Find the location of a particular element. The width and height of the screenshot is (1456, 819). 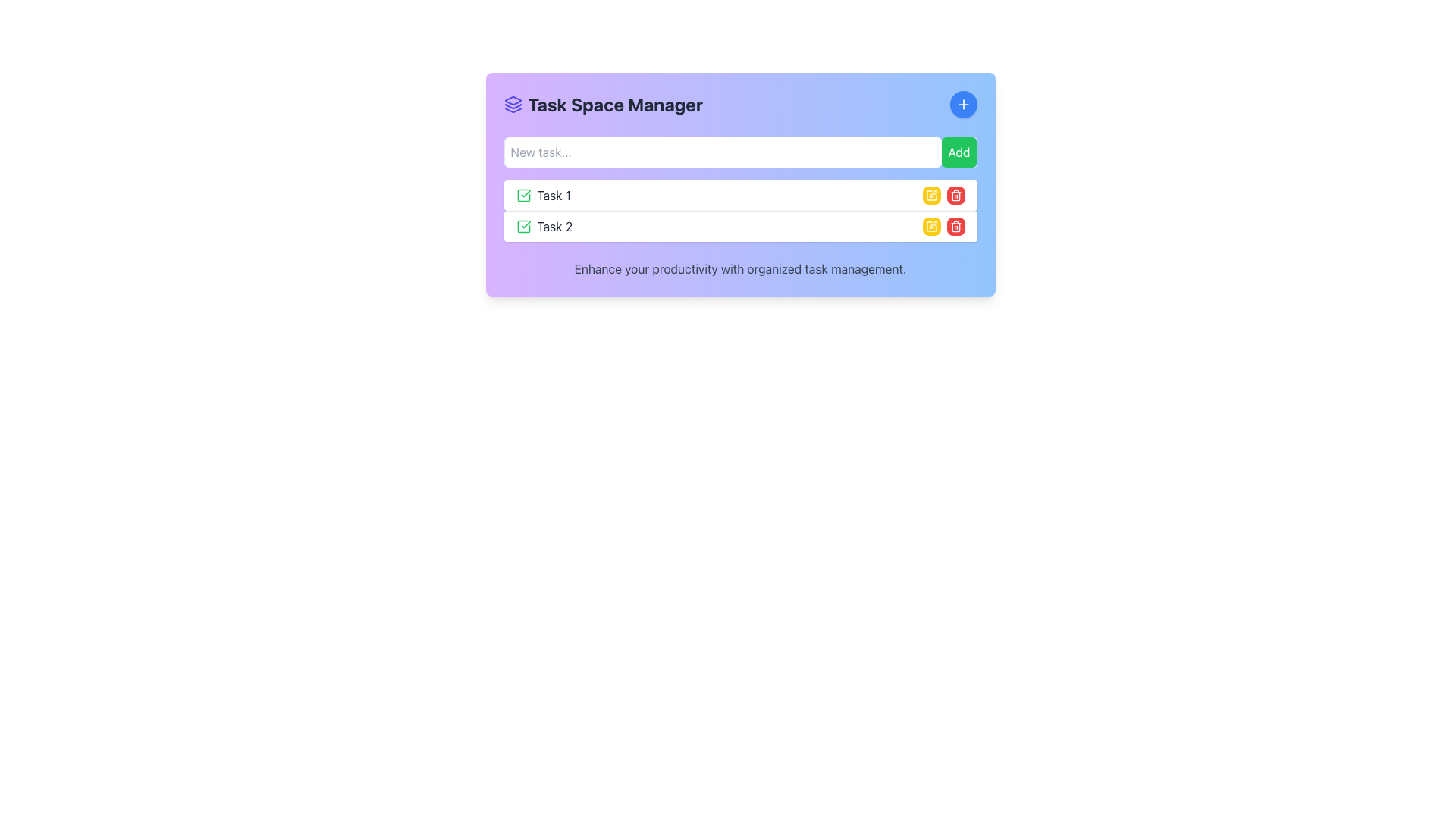

the 'Add' button located within the Input field for task creation in the 'Task Space Manager' is located at coordinates (740, 152).